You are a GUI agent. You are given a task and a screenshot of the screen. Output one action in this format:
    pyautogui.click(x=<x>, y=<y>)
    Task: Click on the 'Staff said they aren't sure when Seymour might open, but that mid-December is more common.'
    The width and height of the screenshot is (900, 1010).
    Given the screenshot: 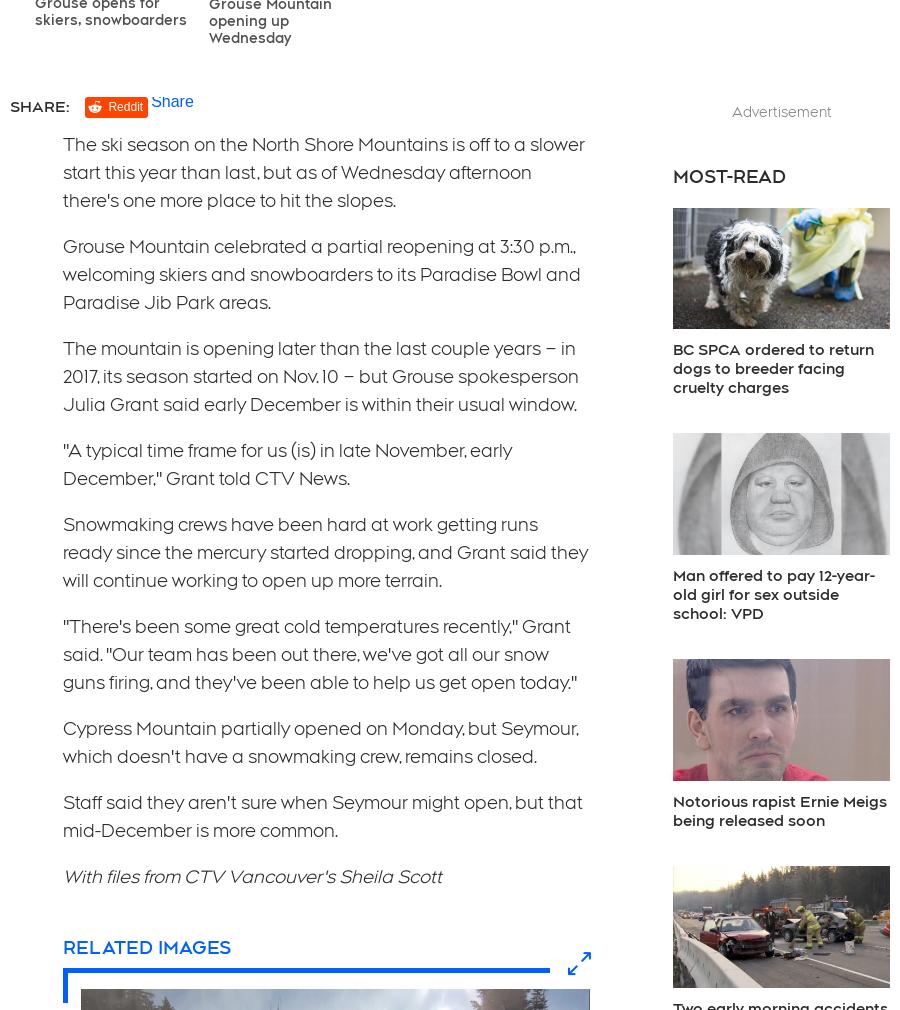 What is the action you would take?
    pyautogui.click(x=321, y=816)
    